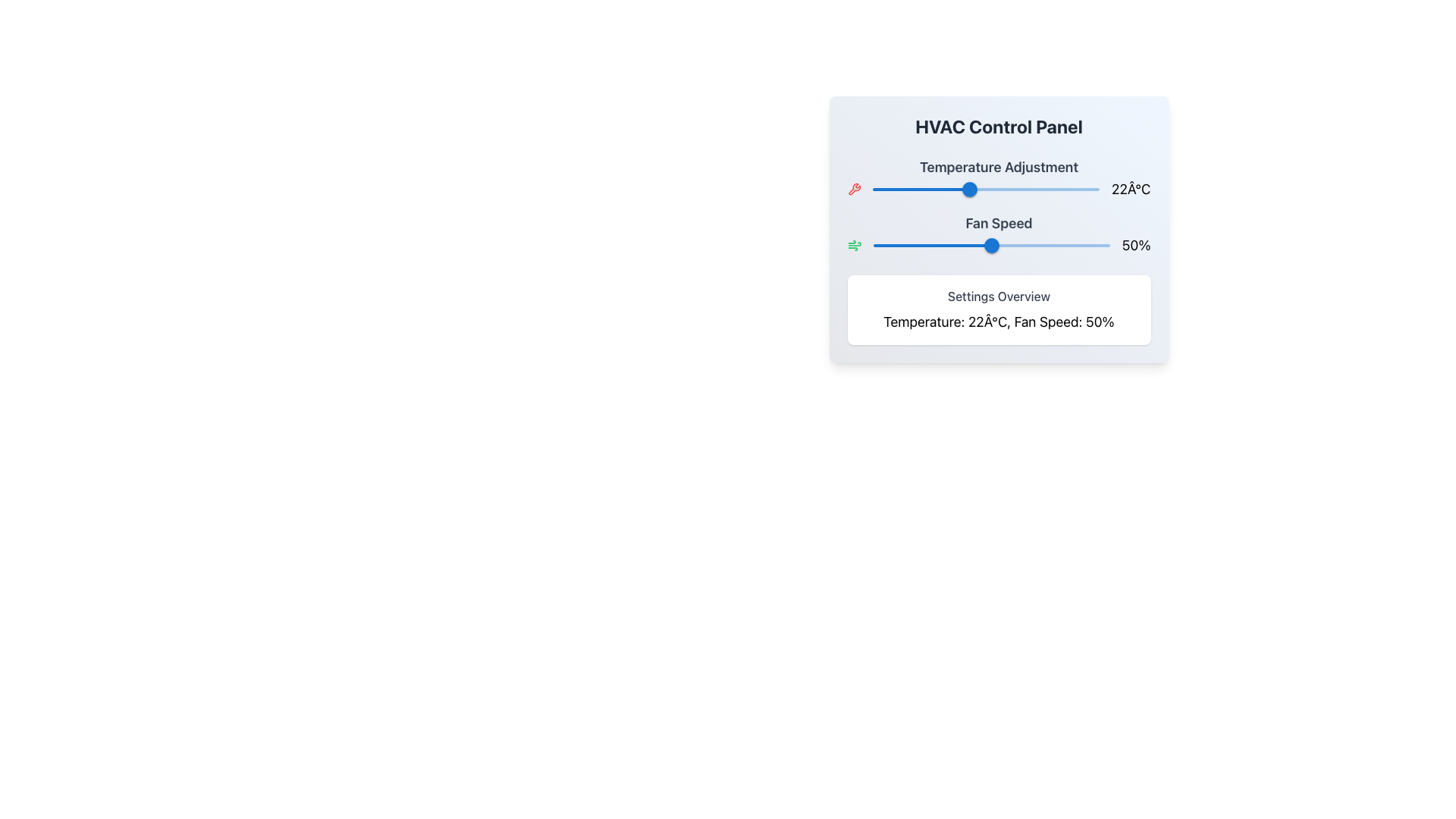 The height and width of the screenshot is (819, 1456). I want to click on the Text Label displaying '22°C', located to the right of the slider control in the 'Temperature Adjustment' section, so click(999, 189).